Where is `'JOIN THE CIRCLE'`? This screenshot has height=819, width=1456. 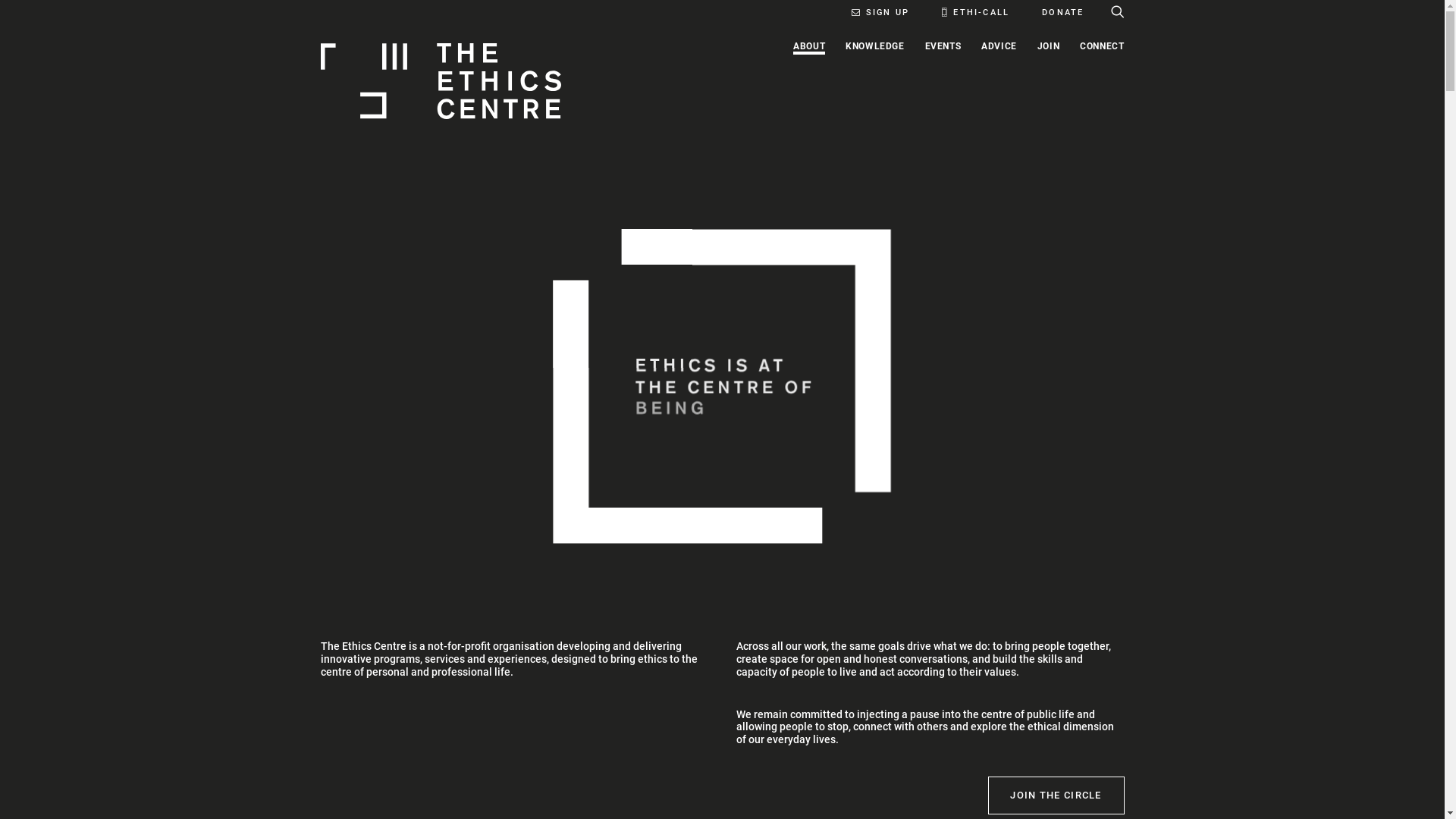
'JOIN THE CIRCLE' is located at coordinates (1055, 795).